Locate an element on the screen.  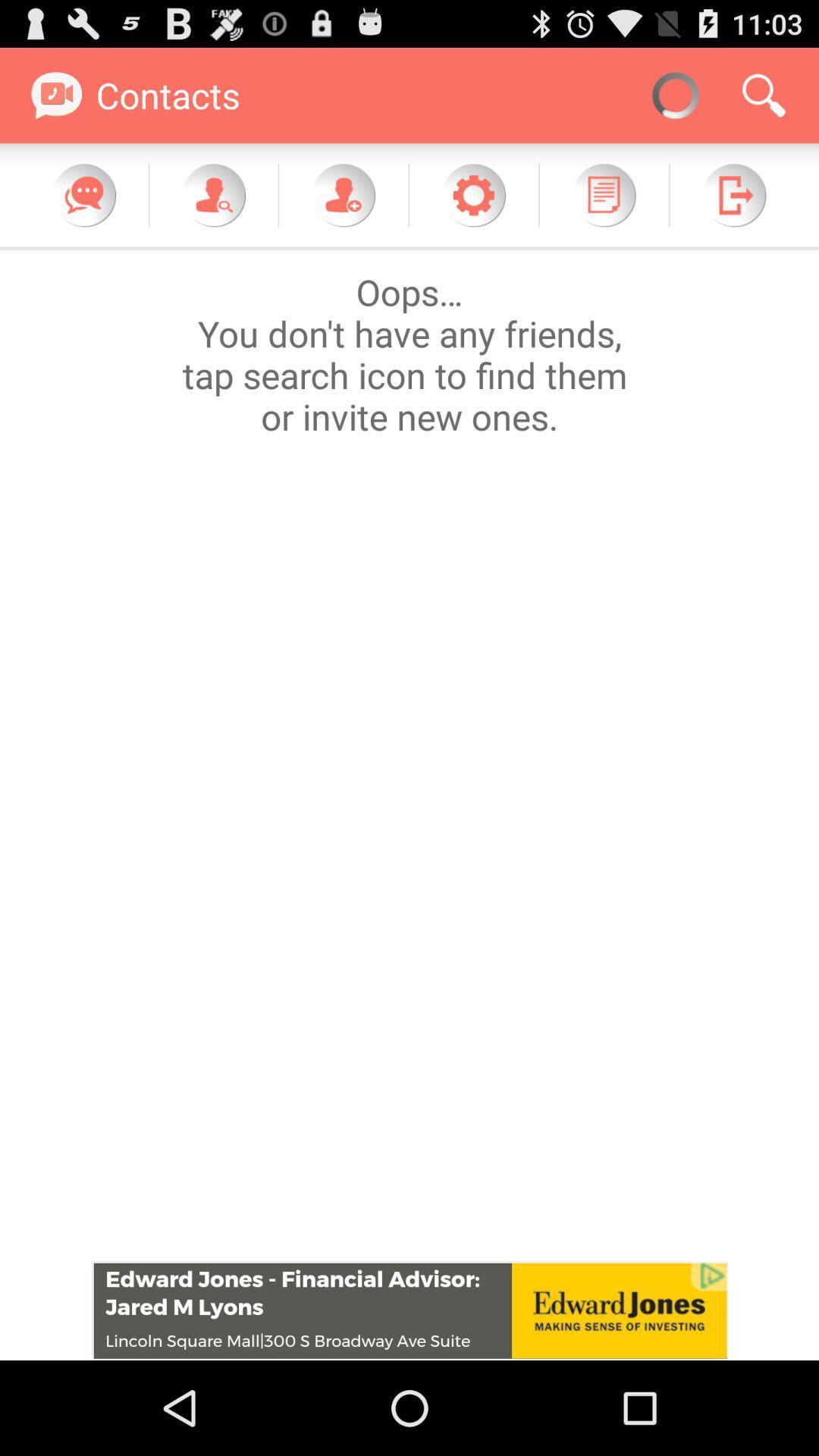
message is located at coordinates (84, 194).